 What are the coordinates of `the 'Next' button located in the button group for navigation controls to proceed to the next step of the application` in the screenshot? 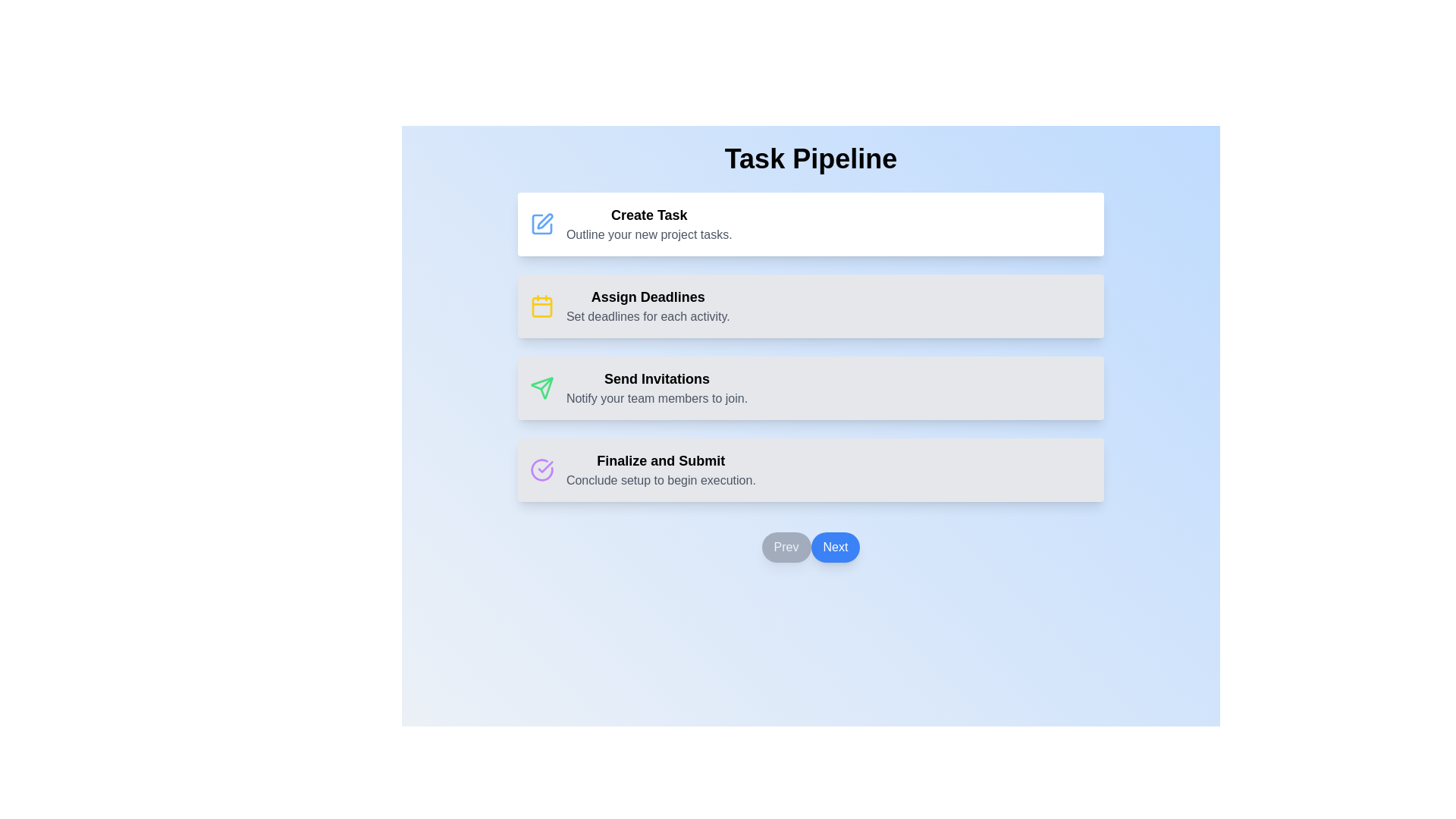 It's located at (810, 547).